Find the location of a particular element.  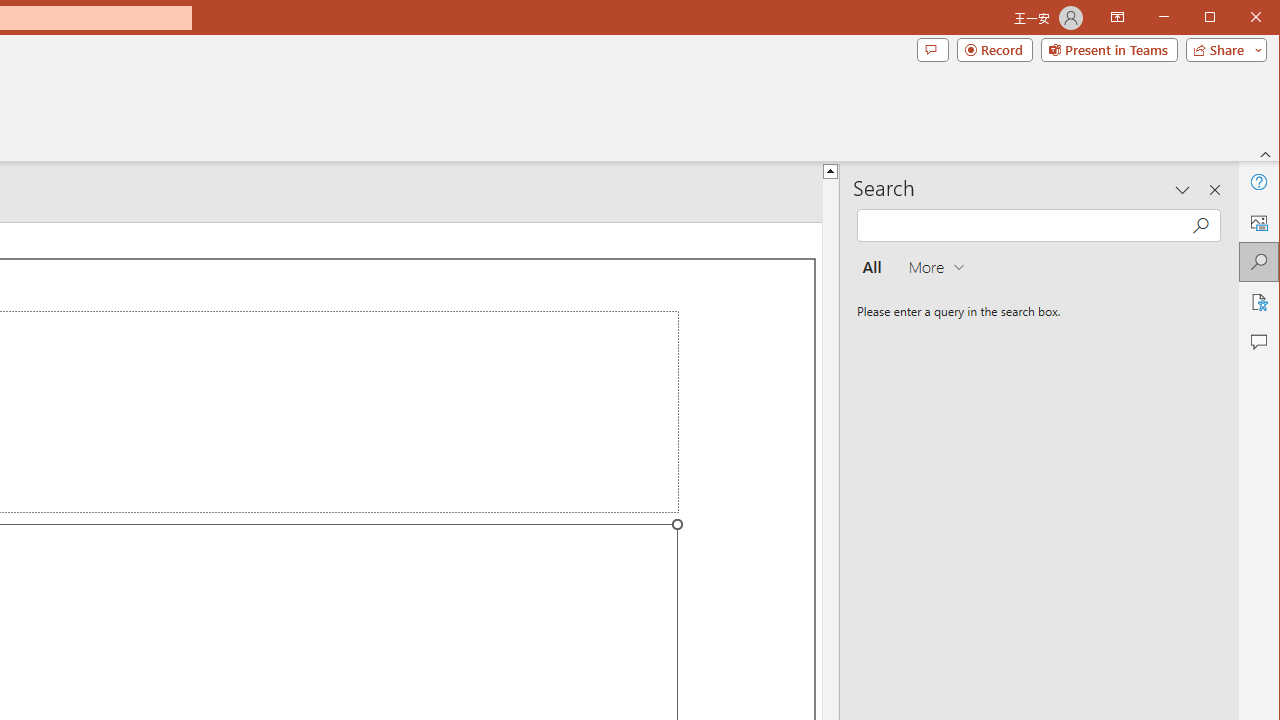

'Maximize' is located at coordinates (1238, 19).